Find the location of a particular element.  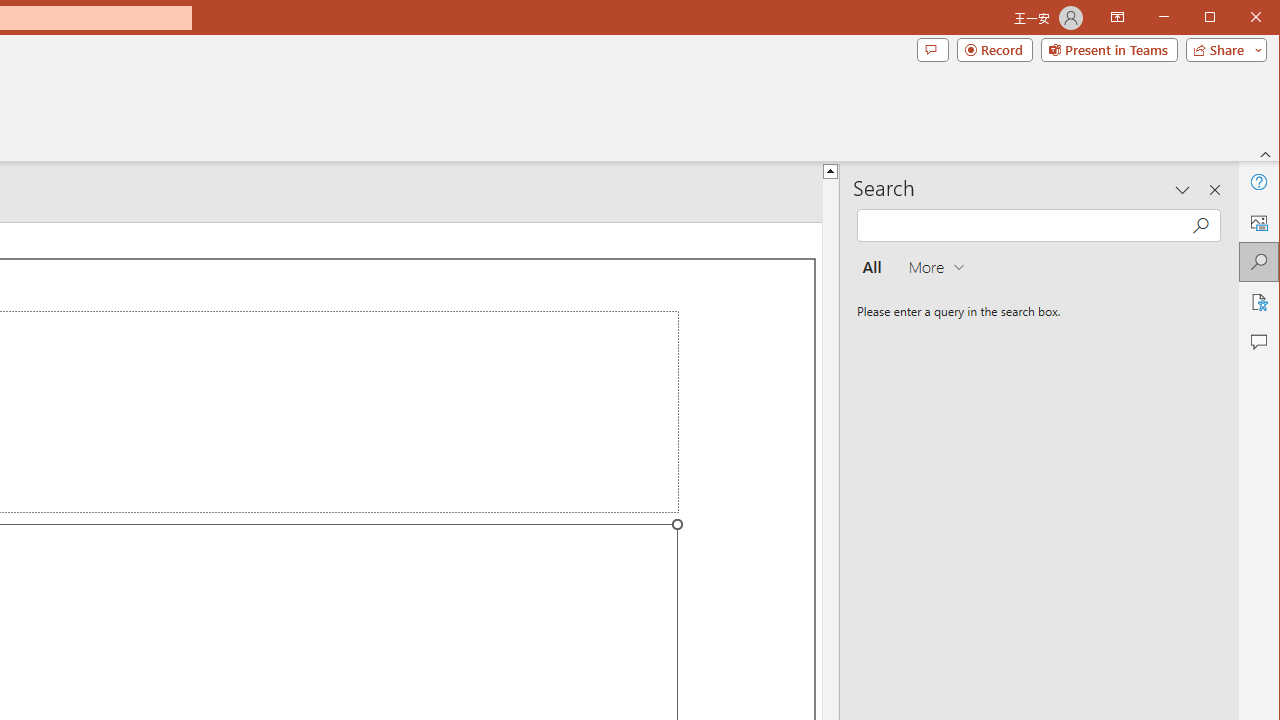

'Maximize' is located at coordinates (1238, 19).